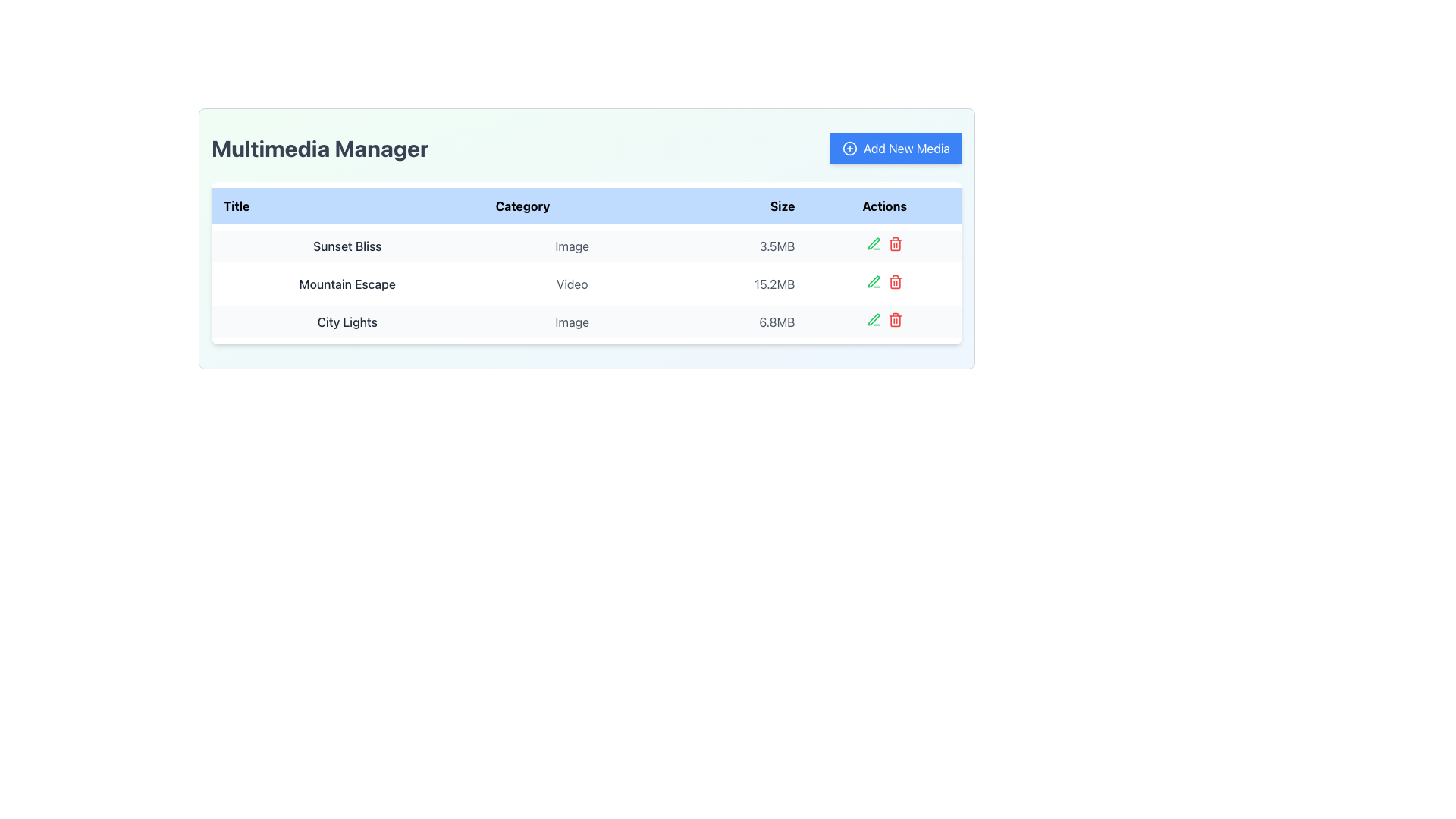  I want to click on the delete button in the 'Actions' column of the second row, associated with the entry titled 'Mountain Escape', so click(895, 281).